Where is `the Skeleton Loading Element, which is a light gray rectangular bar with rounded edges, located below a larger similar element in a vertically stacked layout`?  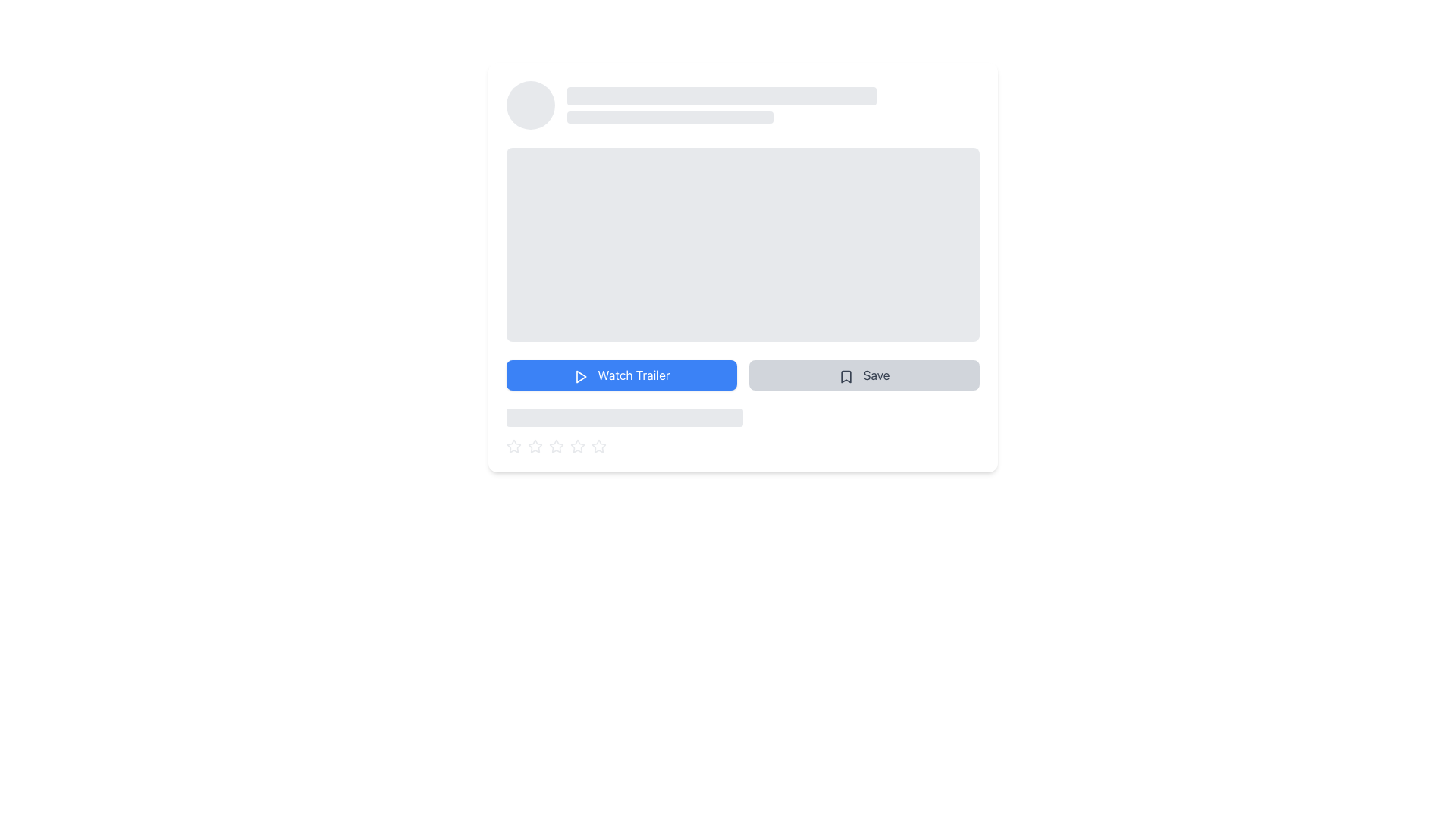 the Skeleton Loading Element, which is a light gray rectangular bar with rounded edges, located below a larger similar element in a vertically stacked layout is located at coordinates (669, 116).